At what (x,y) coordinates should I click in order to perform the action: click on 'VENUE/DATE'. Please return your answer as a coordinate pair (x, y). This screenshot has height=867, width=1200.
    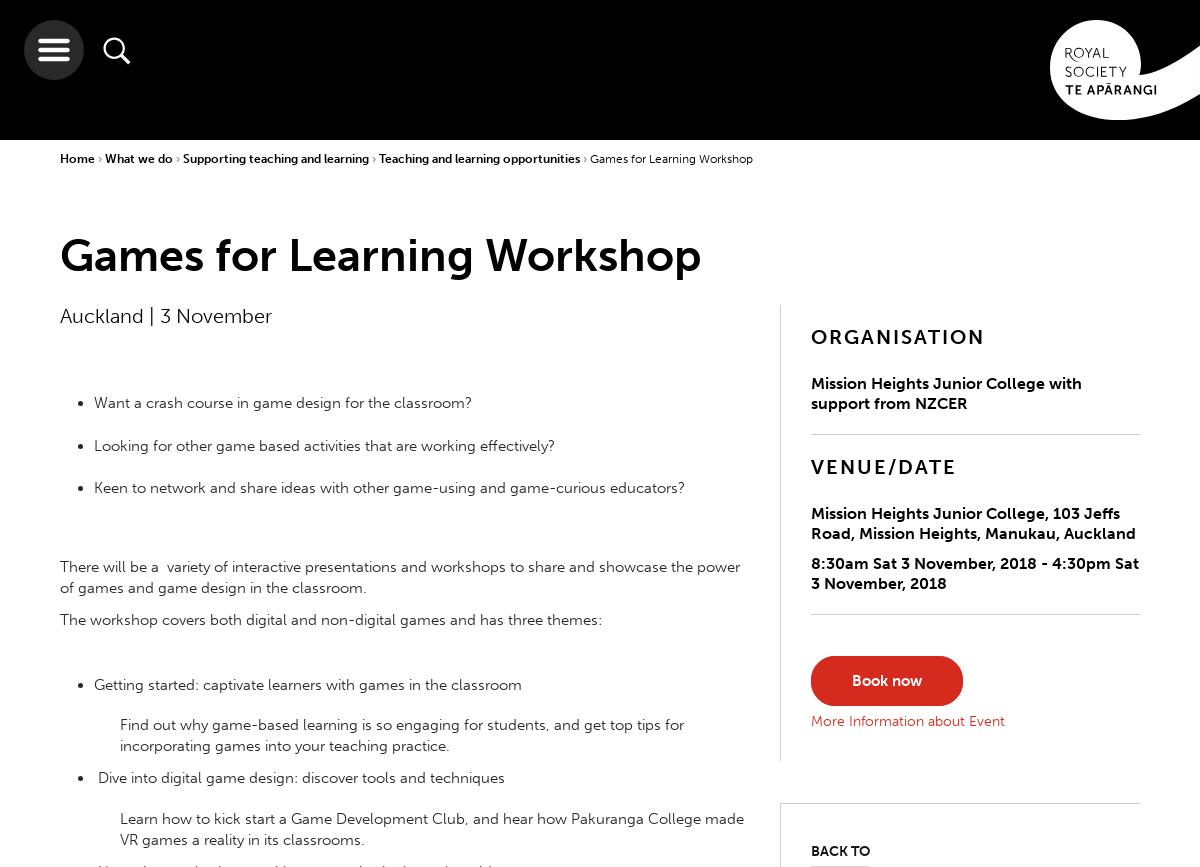
    Looking at the image, I should click on (809, 465).